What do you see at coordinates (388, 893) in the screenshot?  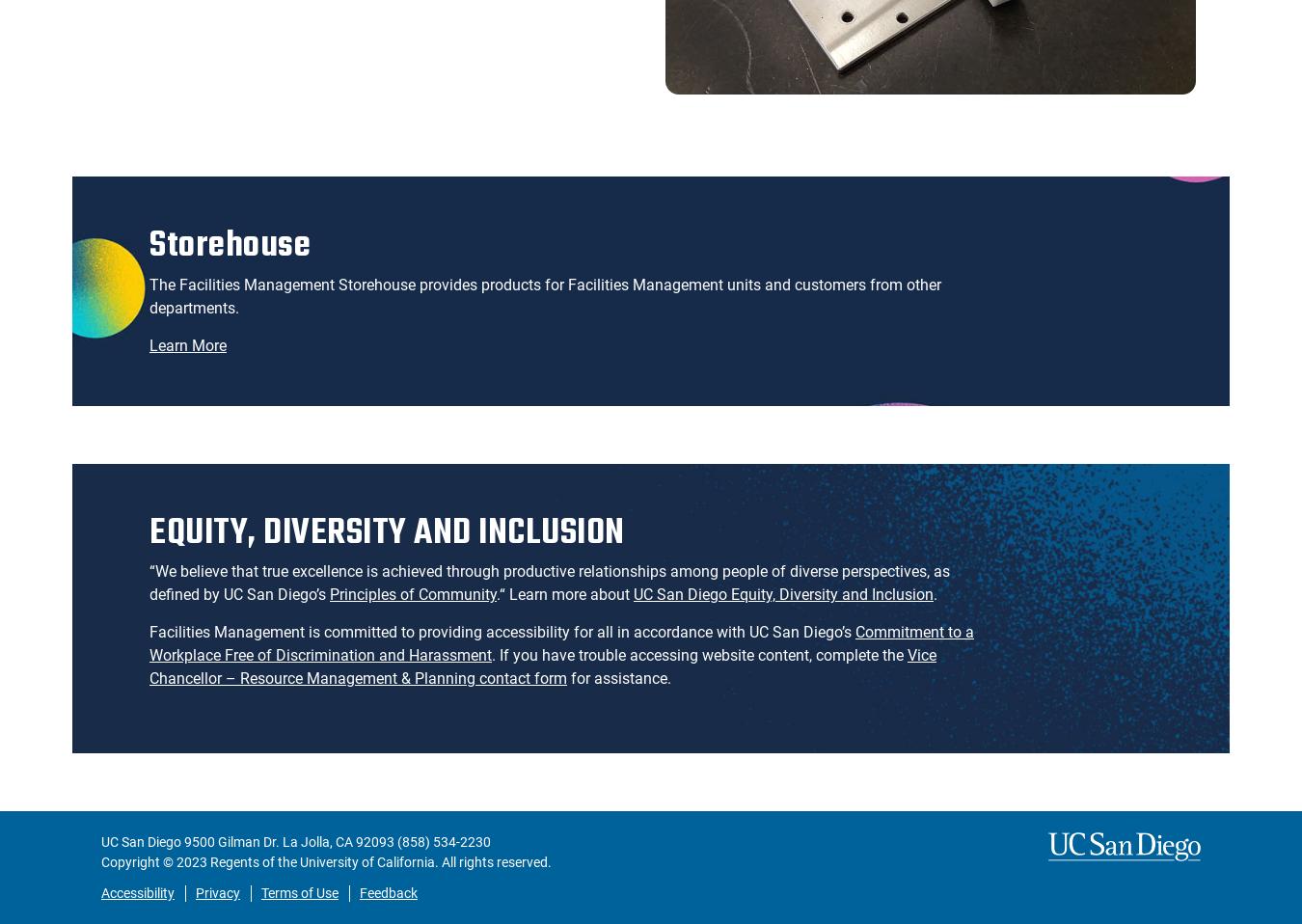 I see `'Feedback'` at bounding box center [388, 893].